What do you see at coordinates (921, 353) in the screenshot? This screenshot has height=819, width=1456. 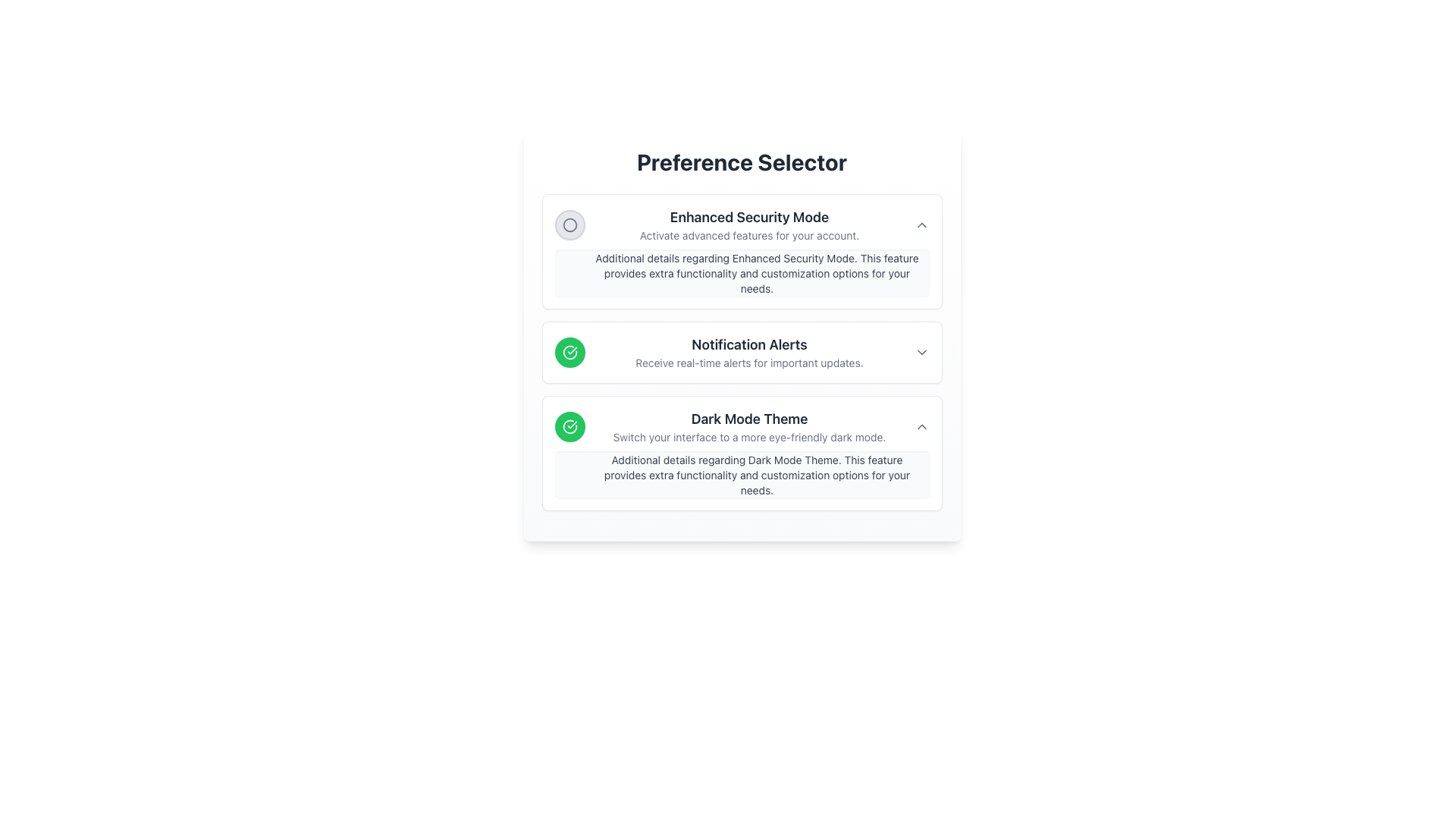 I see `the small downward-facing chevron icon at the end of the 'Notification Alerts' section header` at bounding box center [921, 353].